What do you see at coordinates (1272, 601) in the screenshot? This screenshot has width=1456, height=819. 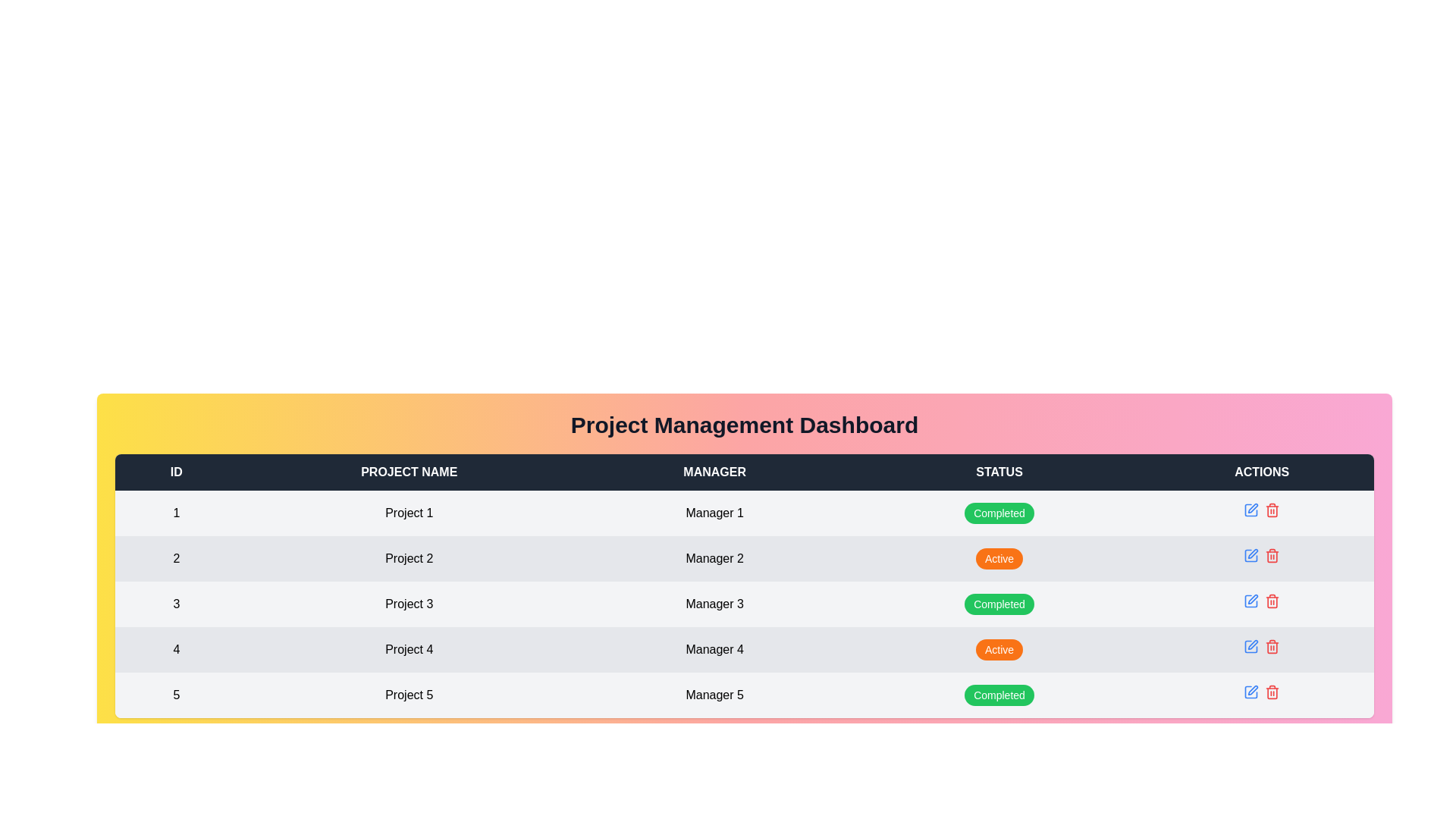 I see `the delete icon button located in the 'Actions' column of the third row of the project table for accessibility purposes` at bounding box center [1272, 601].